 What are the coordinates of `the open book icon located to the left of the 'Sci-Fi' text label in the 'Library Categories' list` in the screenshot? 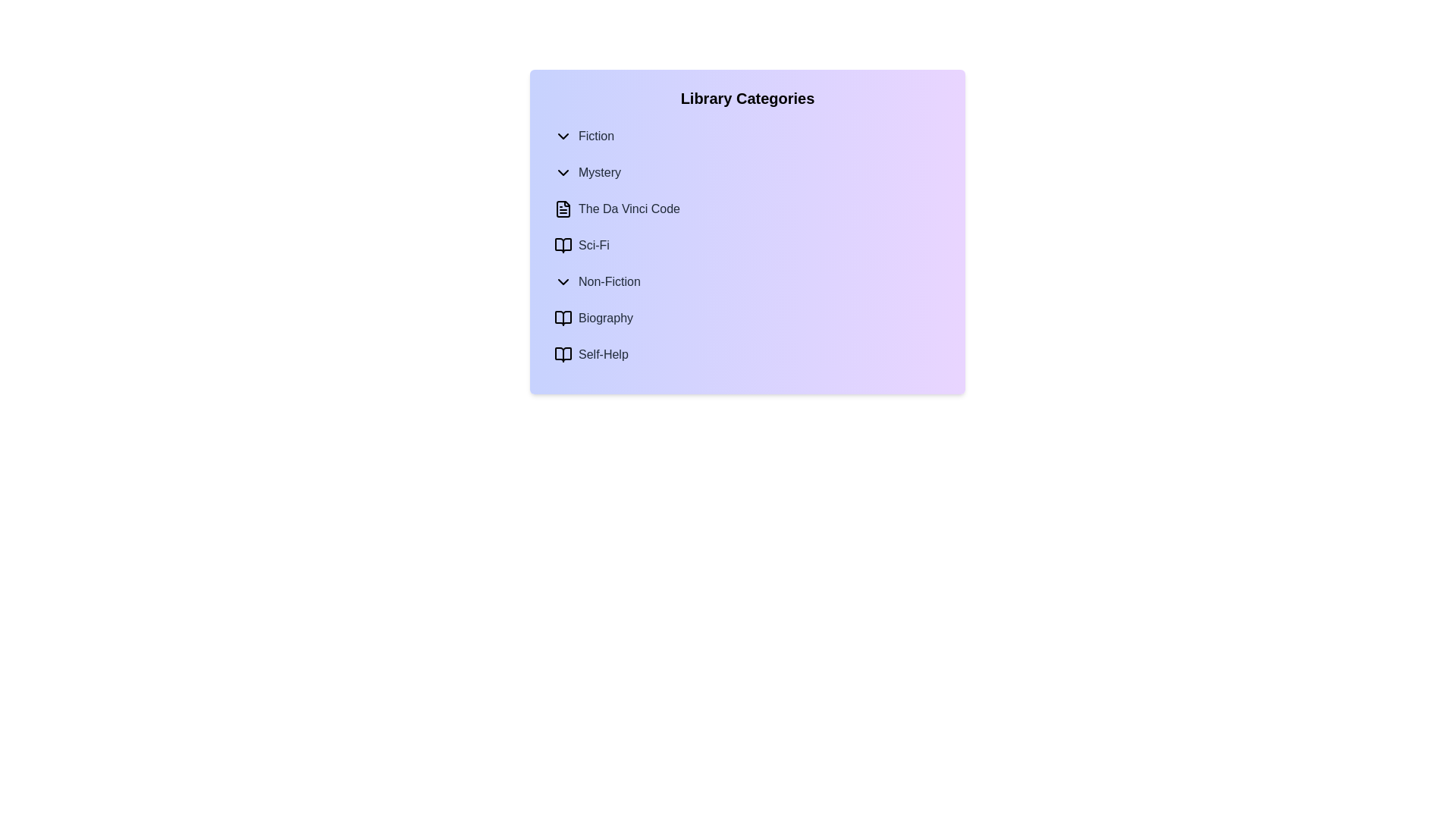 It's located at (563, 245).